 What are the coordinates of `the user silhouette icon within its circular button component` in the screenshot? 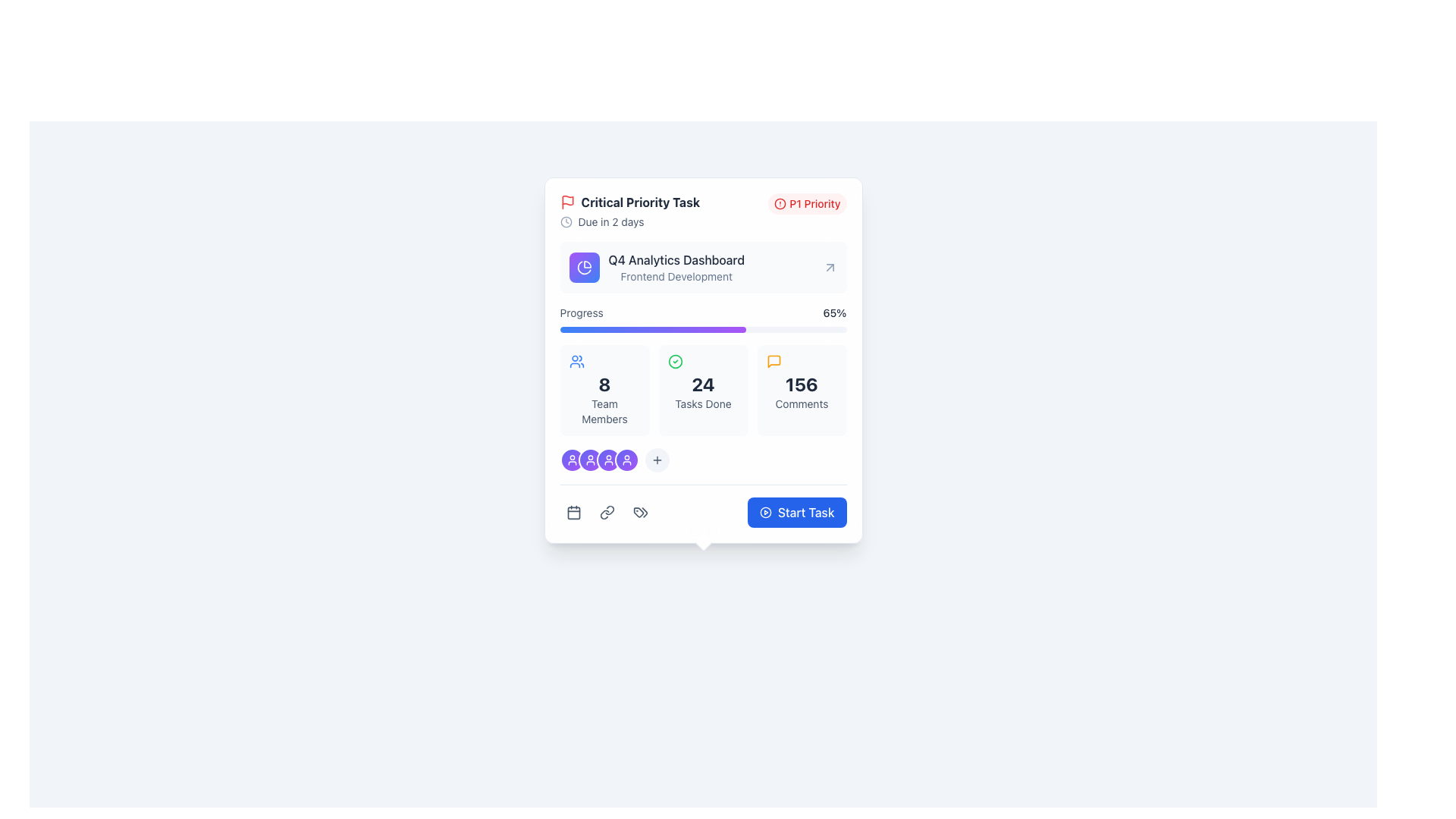 It's located at (571, 459).